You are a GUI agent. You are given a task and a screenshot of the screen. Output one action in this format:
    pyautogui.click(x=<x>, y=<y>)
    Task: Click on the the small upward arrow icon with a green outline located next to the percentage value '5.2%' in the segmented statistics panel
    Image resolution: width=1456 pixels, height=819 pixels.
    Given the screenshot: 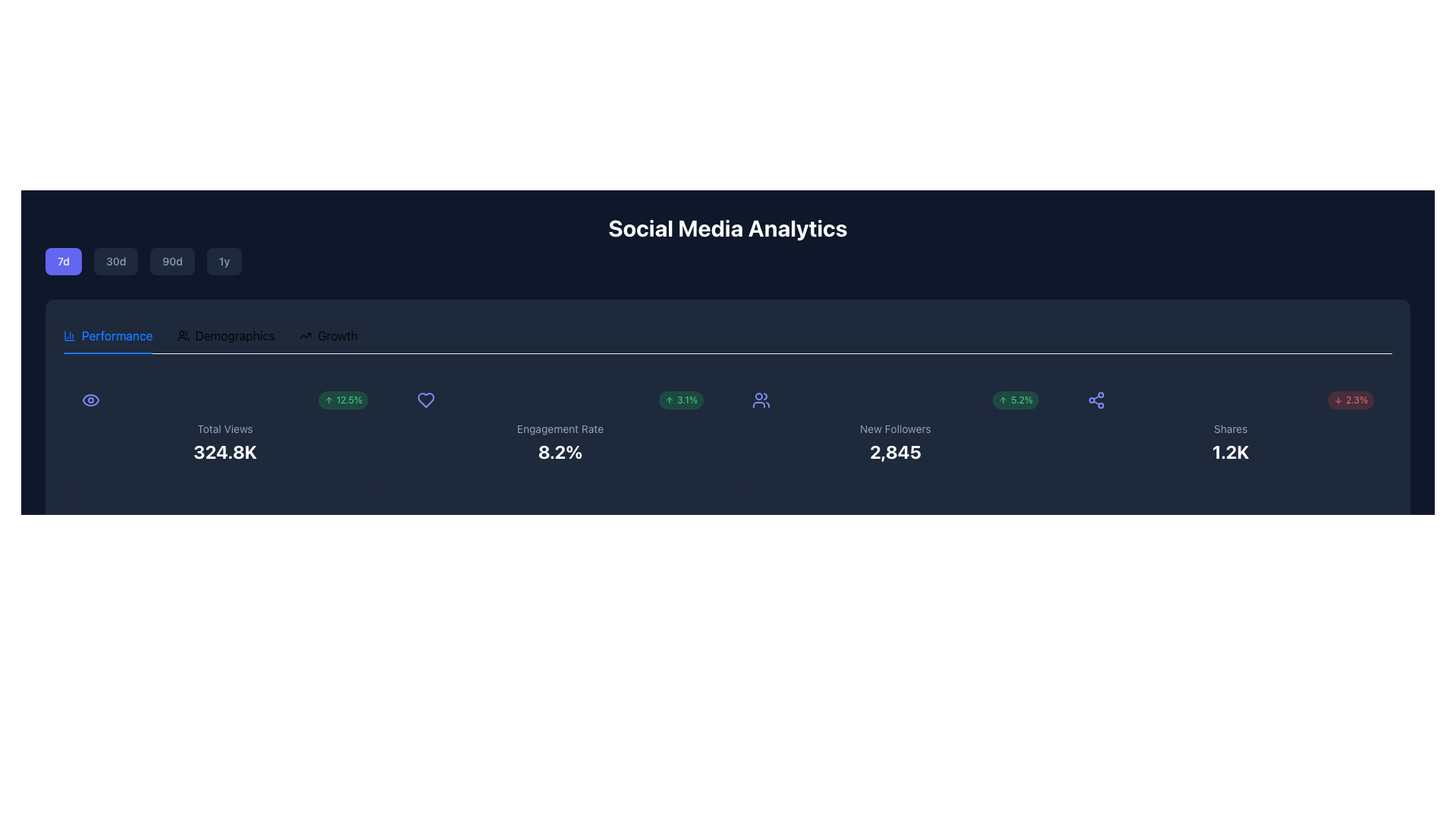 What is the action you would take?
    pyautogui.click(x=1003, y=400)
    